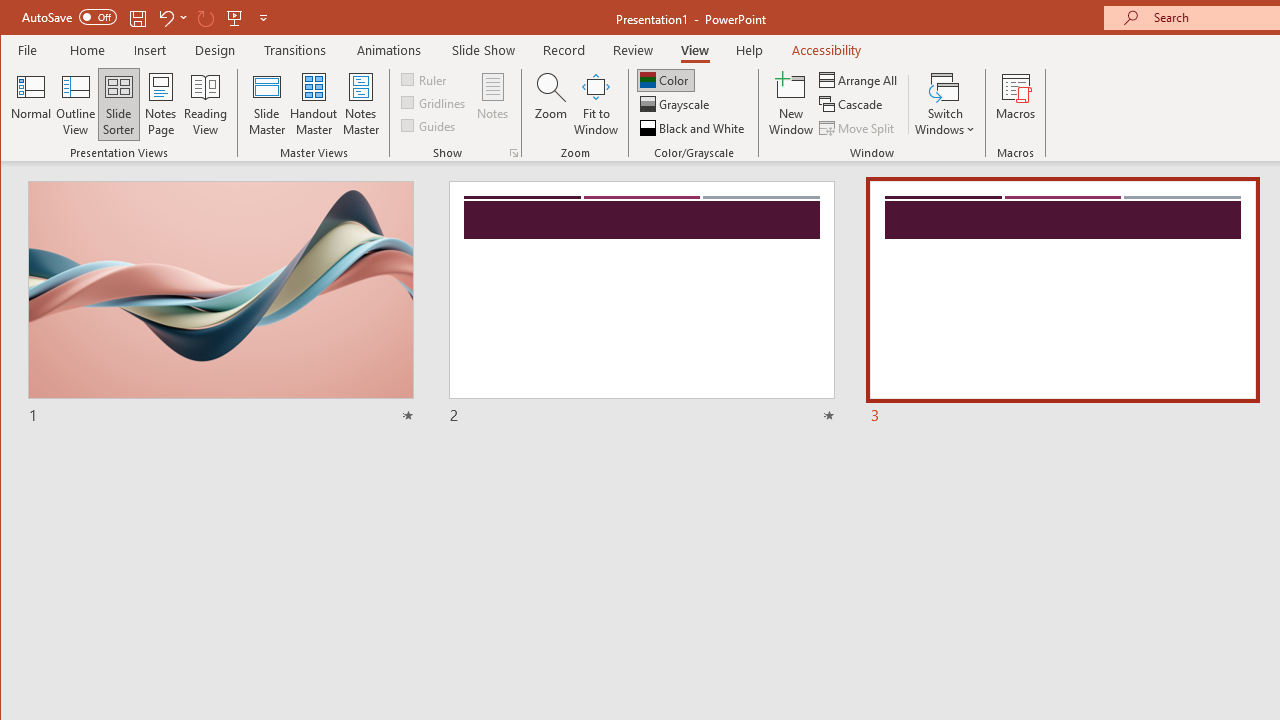  Describe the element at coordinates (513, 152) in the screenshot. I see `'Grid Settings...'` at that location.